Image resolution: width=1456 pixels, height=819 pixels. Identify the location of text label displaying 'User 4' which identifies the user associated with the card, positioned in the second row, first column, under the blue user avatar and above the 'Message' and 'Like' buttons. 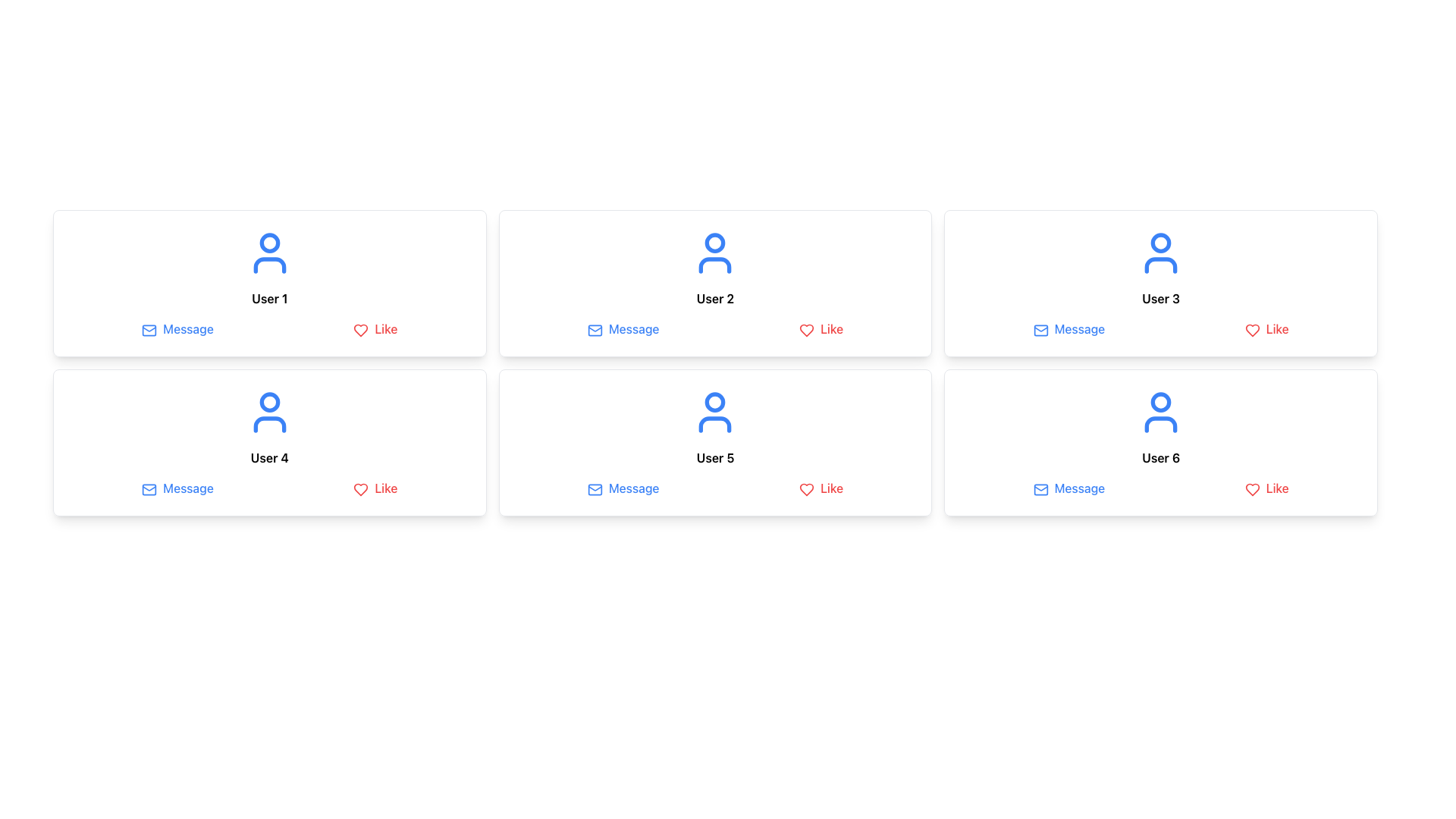
(269, 457).